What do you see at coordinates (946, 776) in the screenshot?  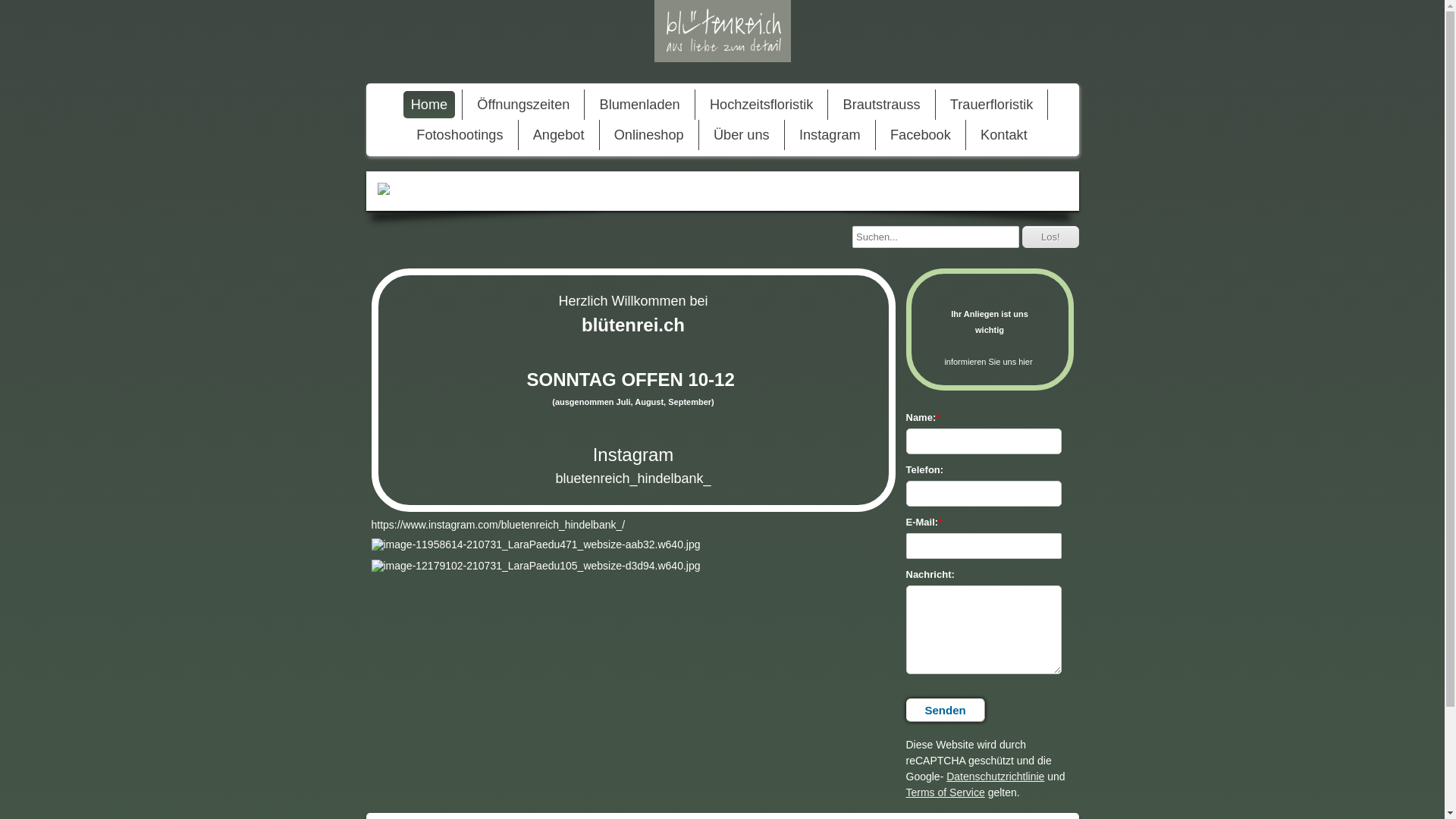 I see `'Datenschutzrichtlinie'` at bounding box center [946, 776].